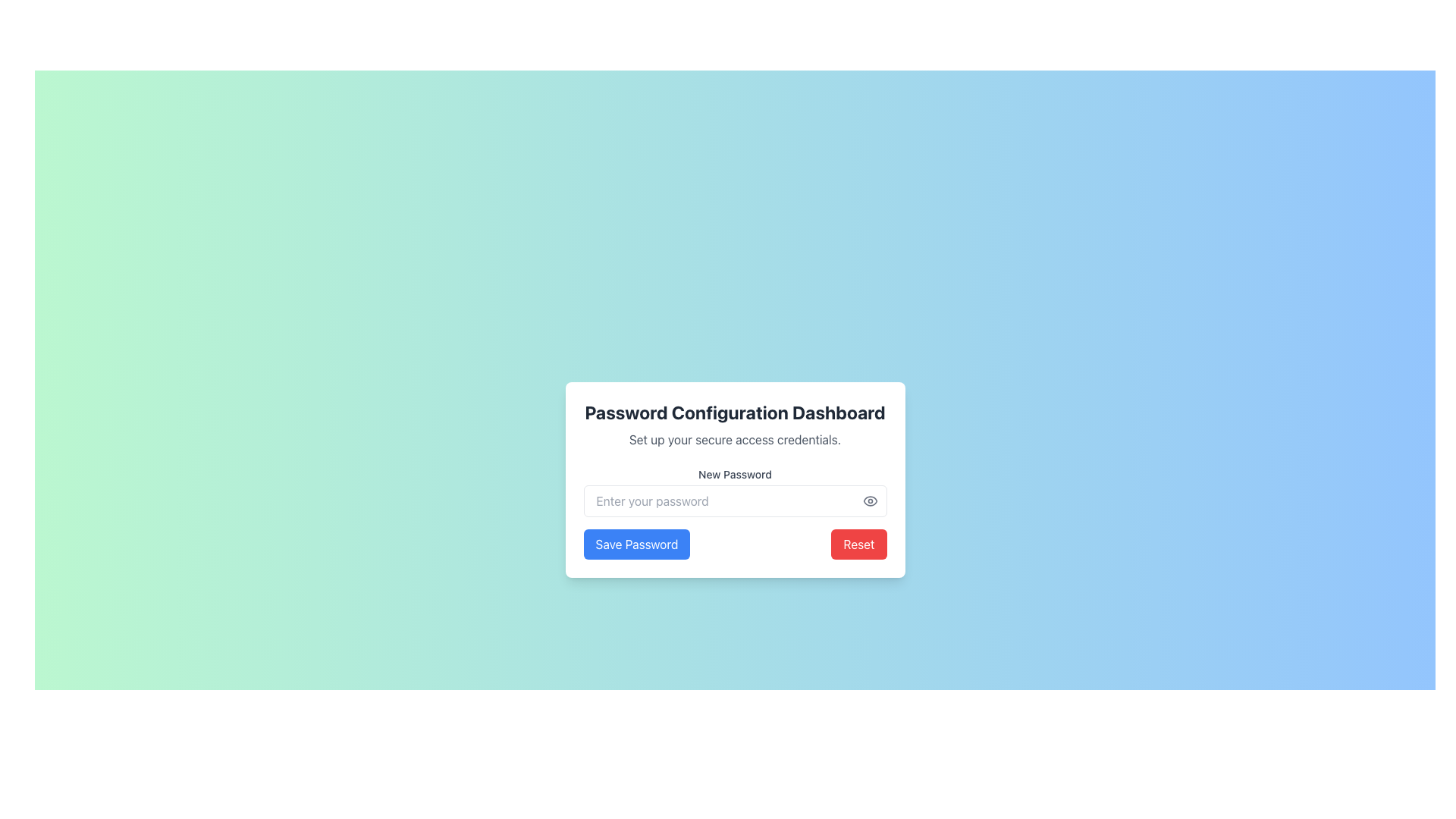 This screenshot has width=1456, height=819. What do you see at coordinates (874, 500) in the screenshot?
I see `the eye icon used to toggle the visibility of the password field, which is located at the far right of the 'Enter your password' text field` at bounding box center [874, 500].